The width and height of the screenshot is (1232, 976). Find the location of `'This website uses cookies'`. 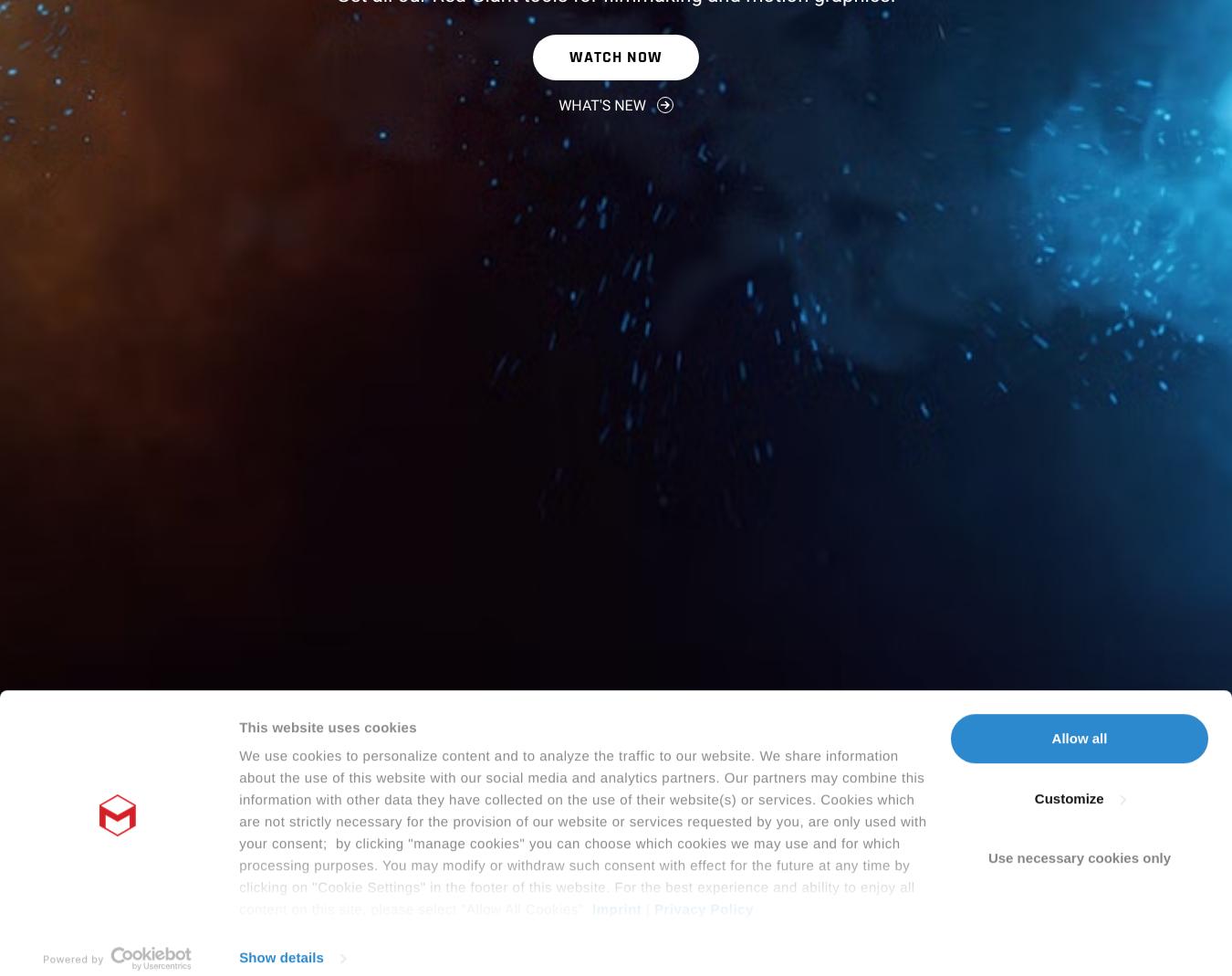

'This website uses cookies' is located at coordinates (327, 582).